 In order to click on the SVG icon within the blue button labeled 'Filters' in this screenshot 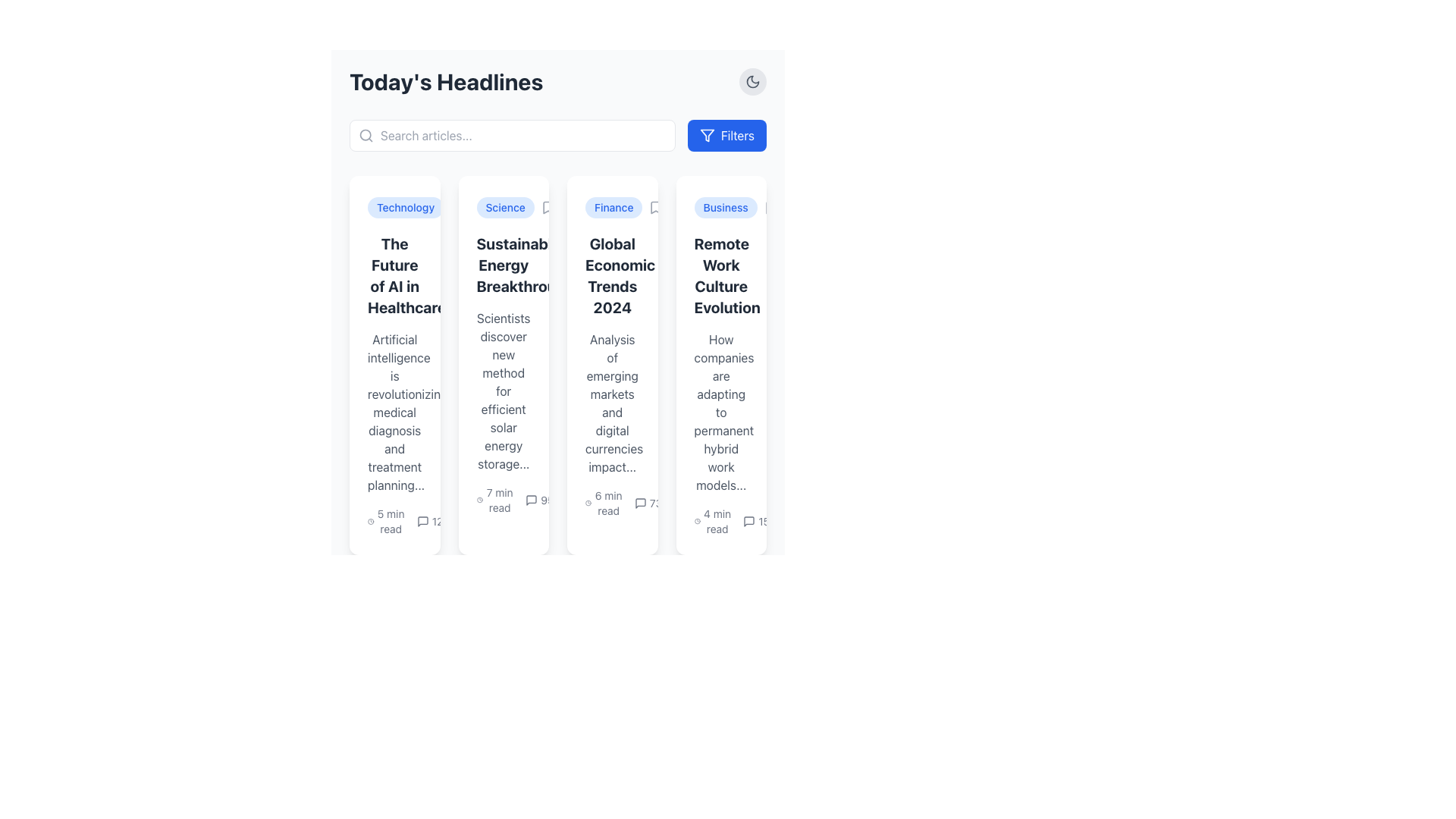, I will do `click(706, 134)`.